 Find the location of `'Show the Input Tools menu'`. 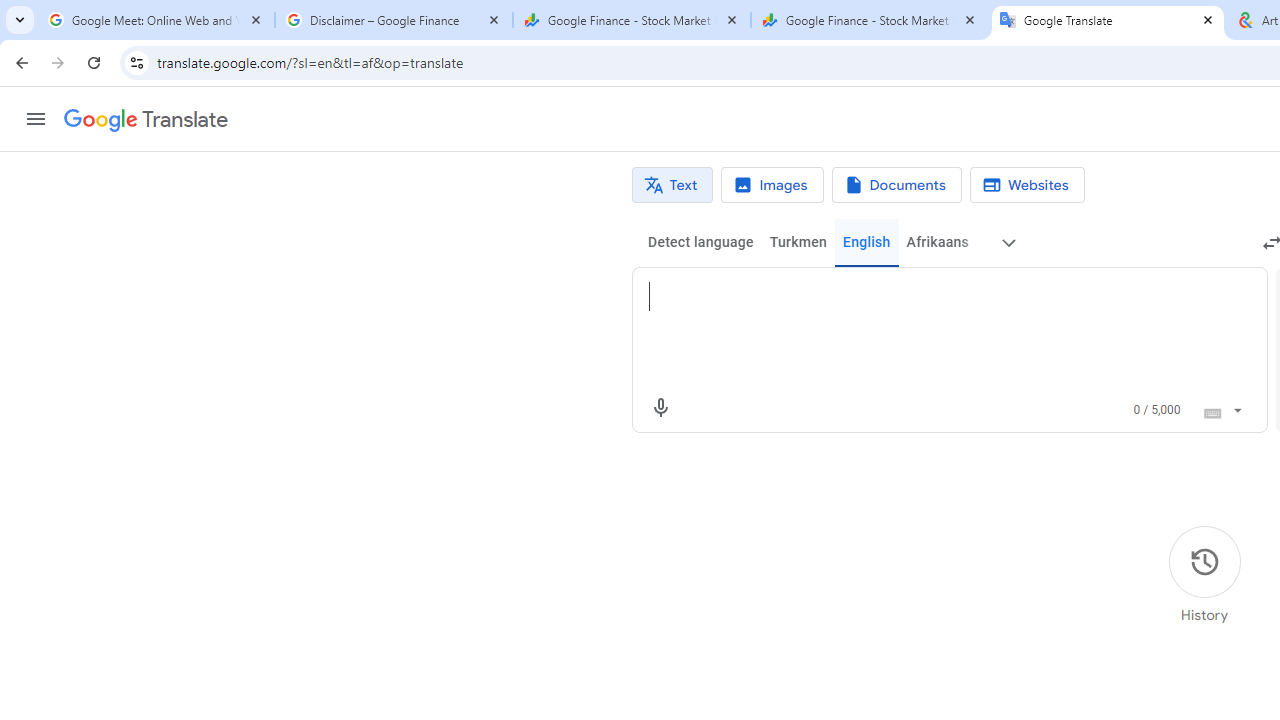

'Show the Input Tools menu' is located at coordinates (1236, 406).